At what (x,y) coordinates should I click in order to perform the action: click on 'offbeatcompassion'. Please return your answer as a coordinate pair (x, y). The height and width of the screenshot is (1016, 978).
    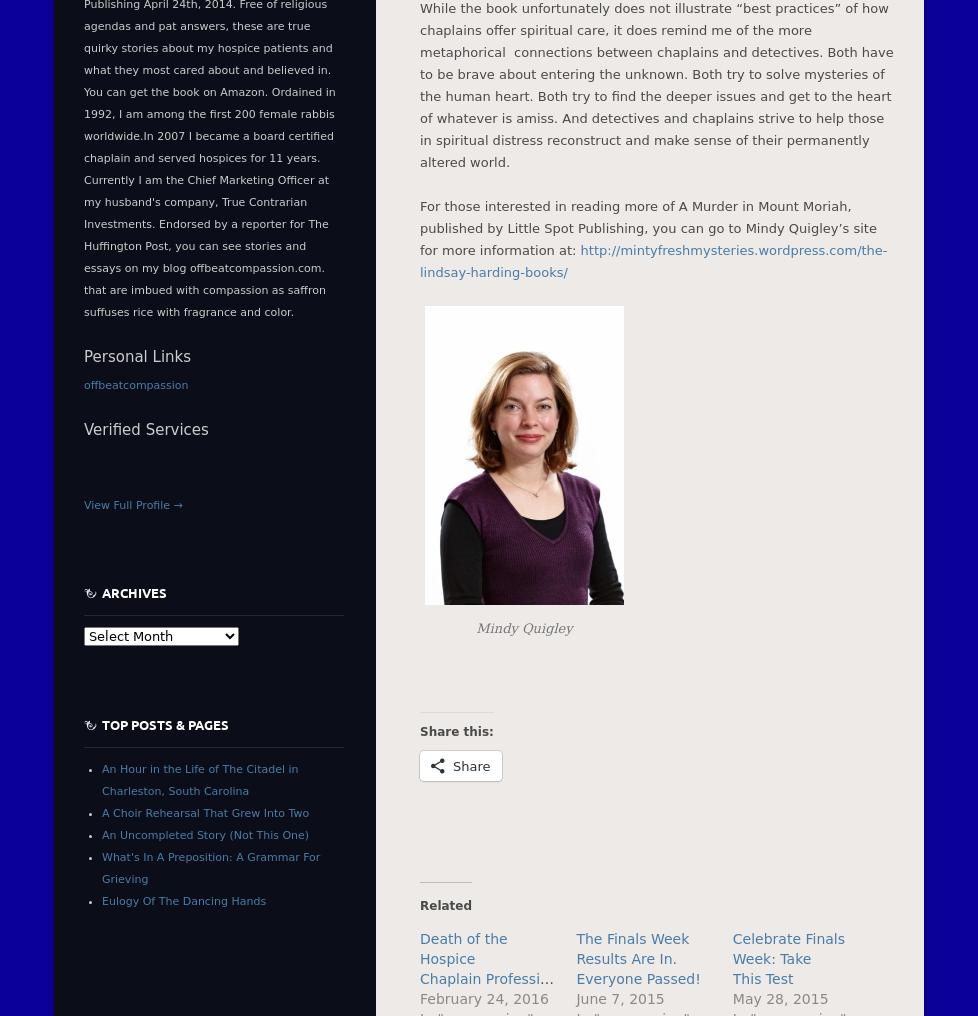
    Looking at the image, I should click on (136, 384).